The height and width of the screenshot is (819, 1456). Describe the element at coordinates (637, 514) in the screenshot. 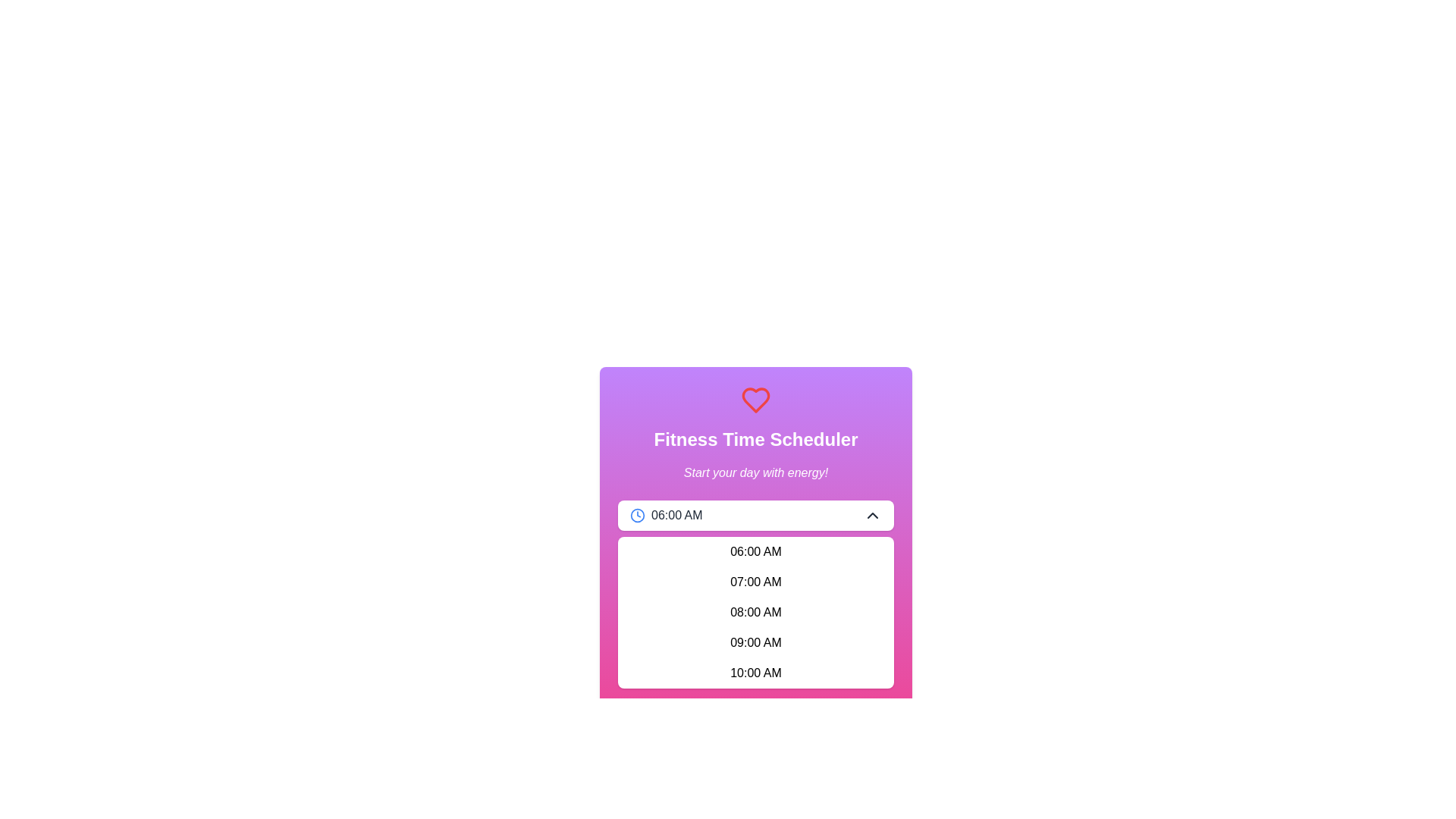

I see `the outer circle of the clock icon located to the far left of the '06:00 AM' time in the dropdown menu's header` at that location.